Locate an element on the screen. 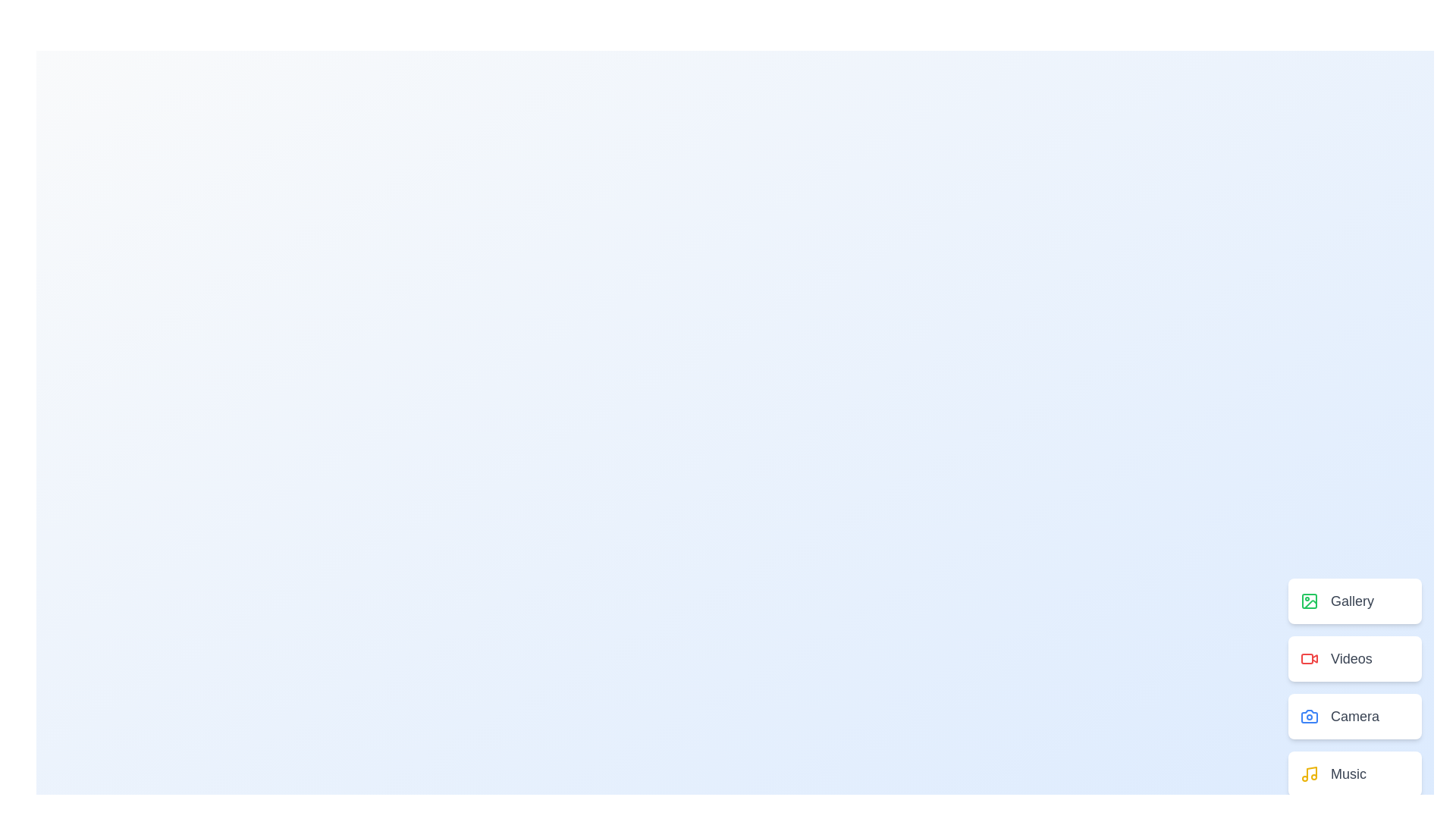 Image resolution: width=1456 pixels, height=819 pixels. the menu option labeled Music is located at coordinates (1354, 774).